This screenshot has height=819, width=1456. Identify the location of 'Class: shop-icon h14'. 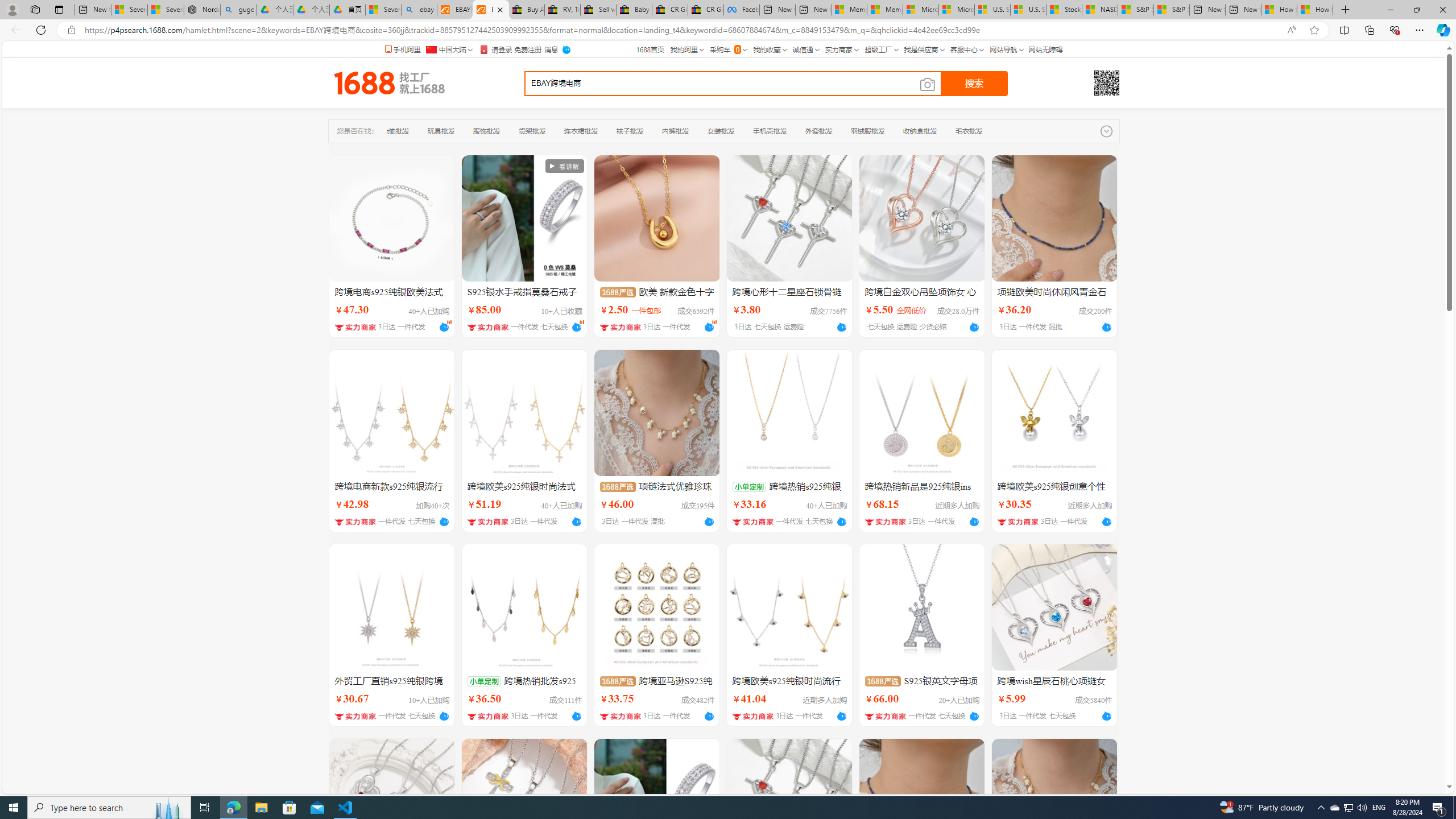
(886, 716).